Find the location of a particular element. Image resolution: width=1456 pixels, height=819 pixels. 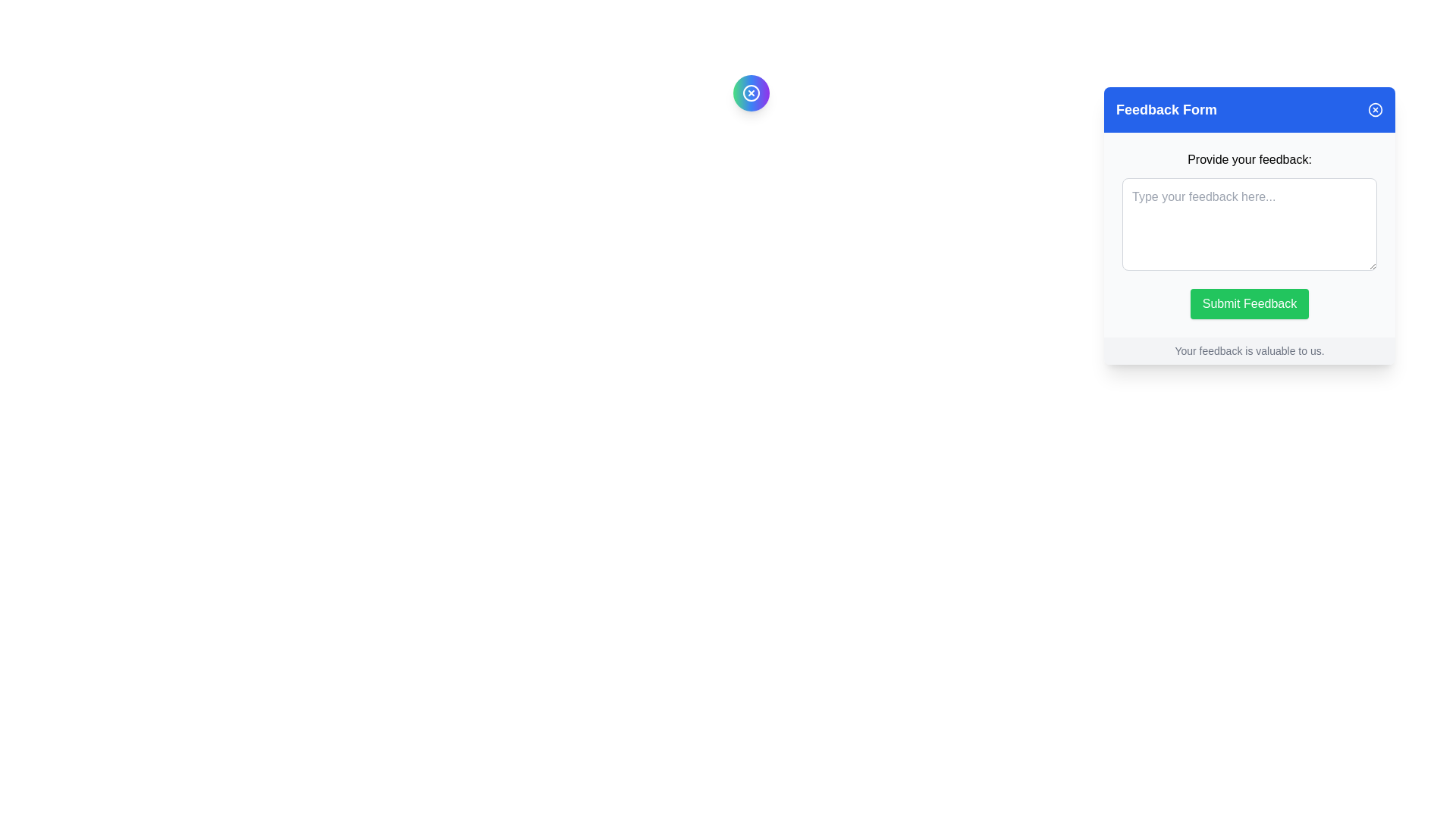

the close button located in the top-right corner of the 'Feedback Form' interface is located at coordinates (1376, 109).